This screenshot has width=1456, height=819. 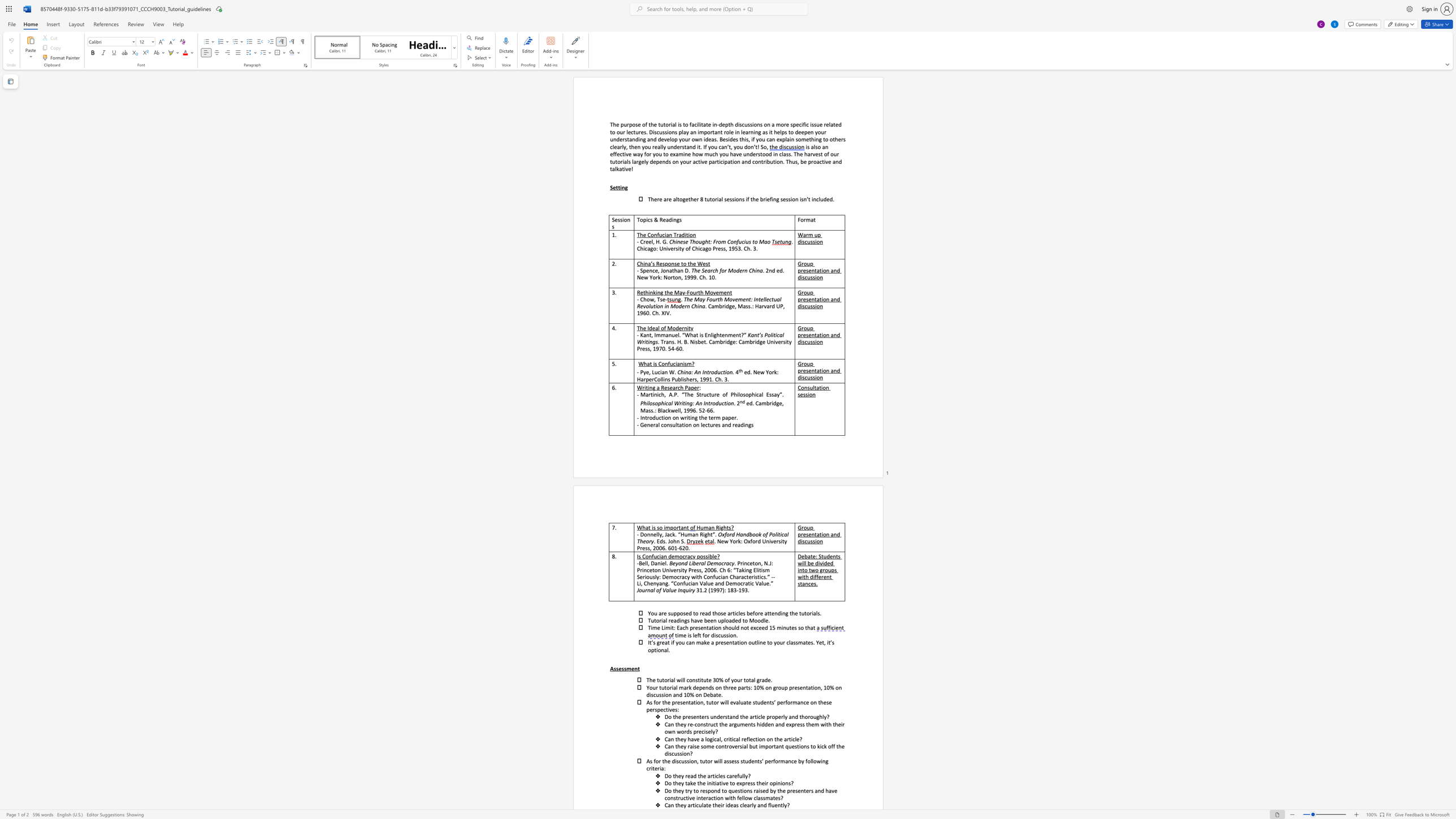 What do you see at coordinates (658, 540) in the screenshot?
I see `the subset text "ds. Joh" within the text ". Eds. John S."` at bounding box center [658, 540].